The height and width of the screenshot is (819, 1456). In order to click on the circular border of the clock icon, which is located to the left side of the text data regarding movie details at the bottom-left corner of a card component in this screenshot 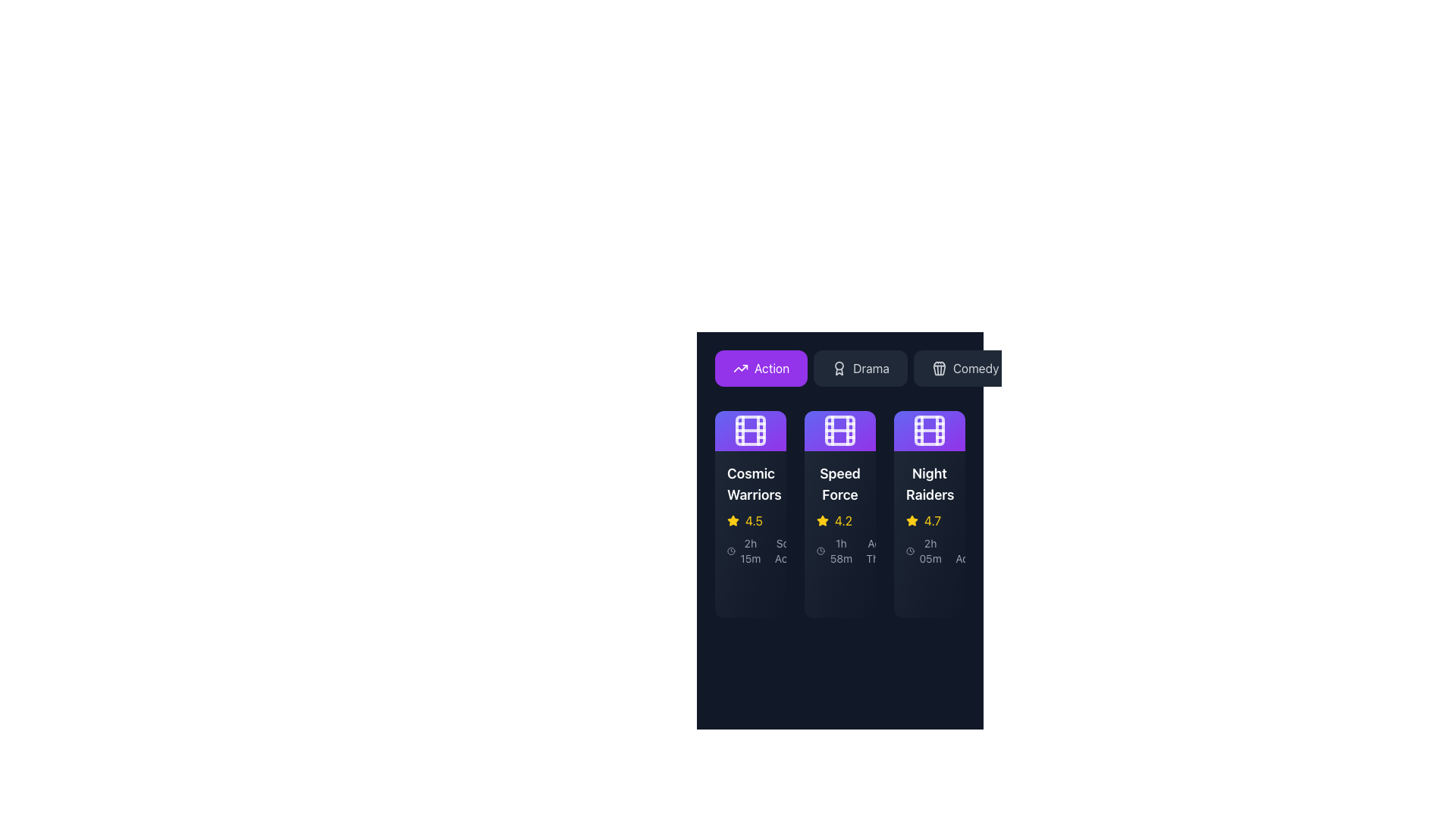, I will do `click(731, 551)`.